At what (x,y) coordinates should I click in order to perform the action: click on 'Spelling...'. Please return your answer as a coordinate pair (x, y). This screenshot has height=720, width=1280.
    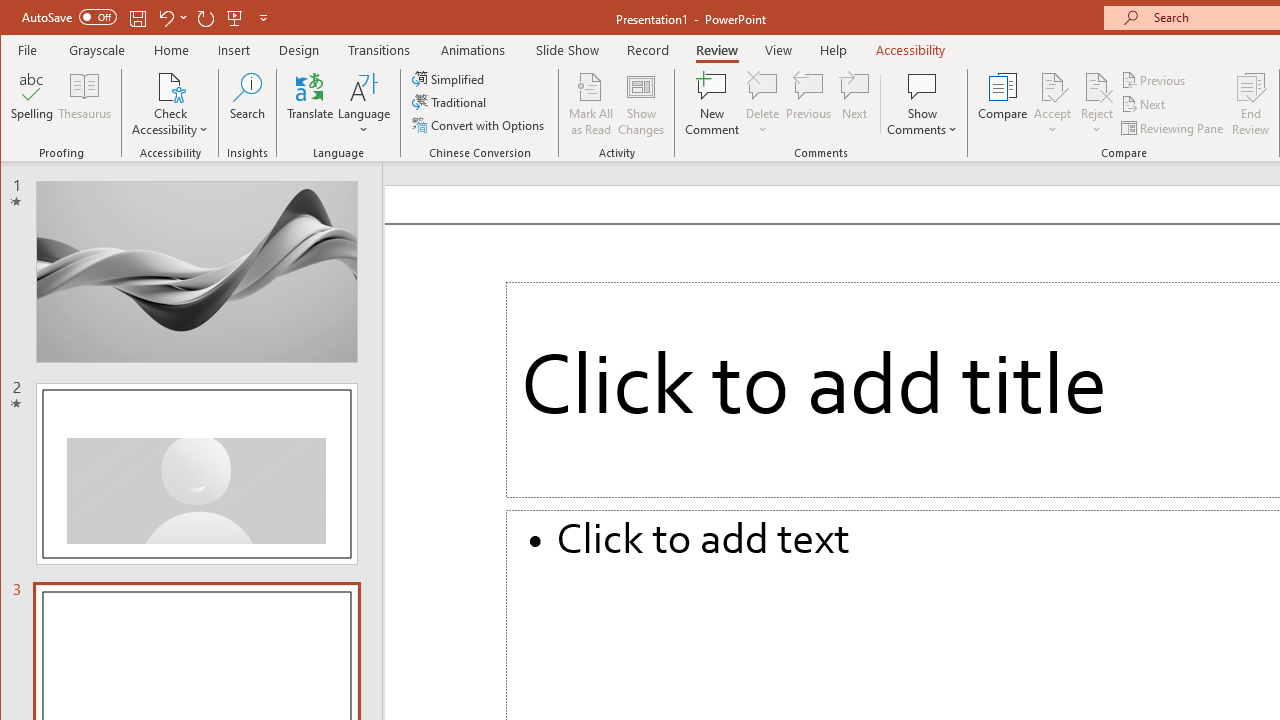
    Looking at the image, I should click on (32, 104).